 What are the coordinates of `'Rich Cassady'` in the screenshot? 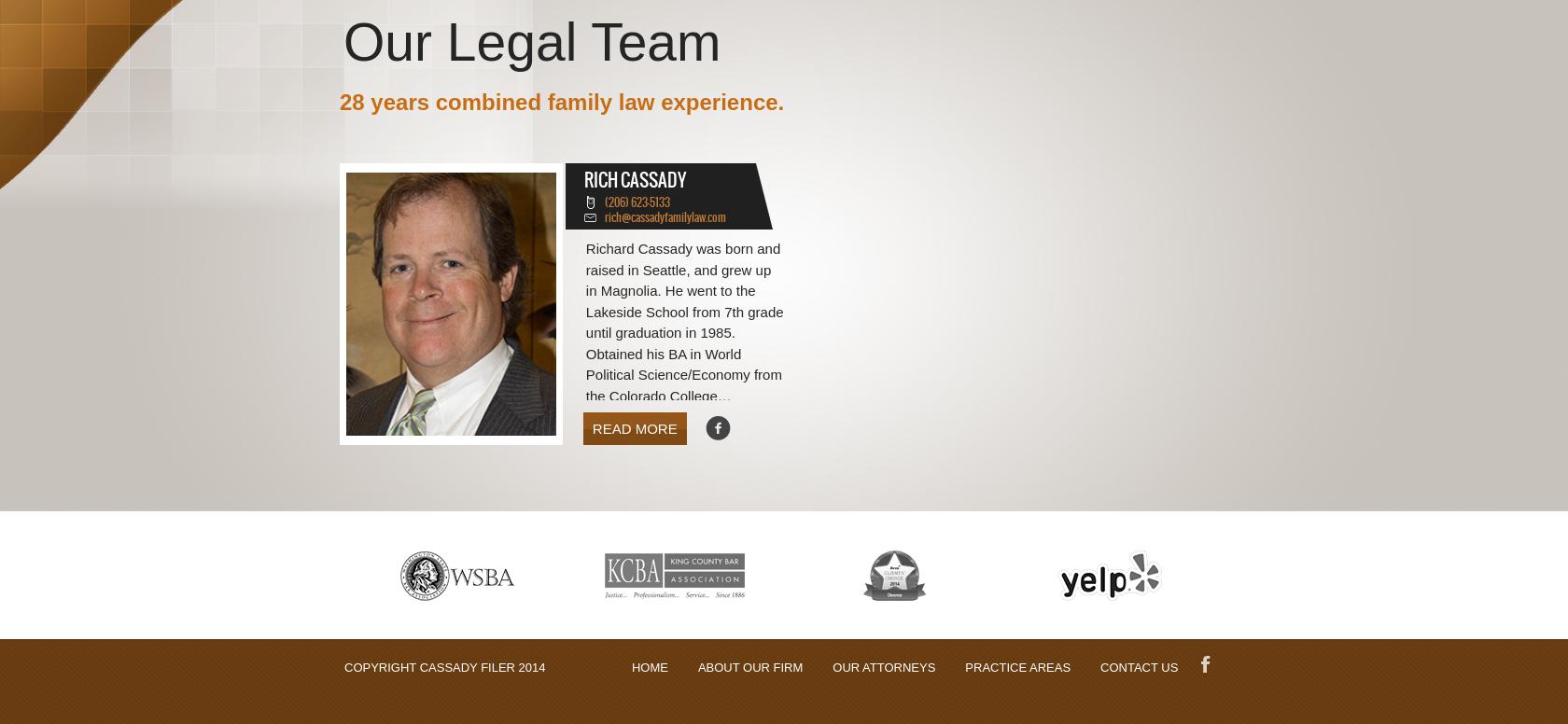 It's located at (634, 177).